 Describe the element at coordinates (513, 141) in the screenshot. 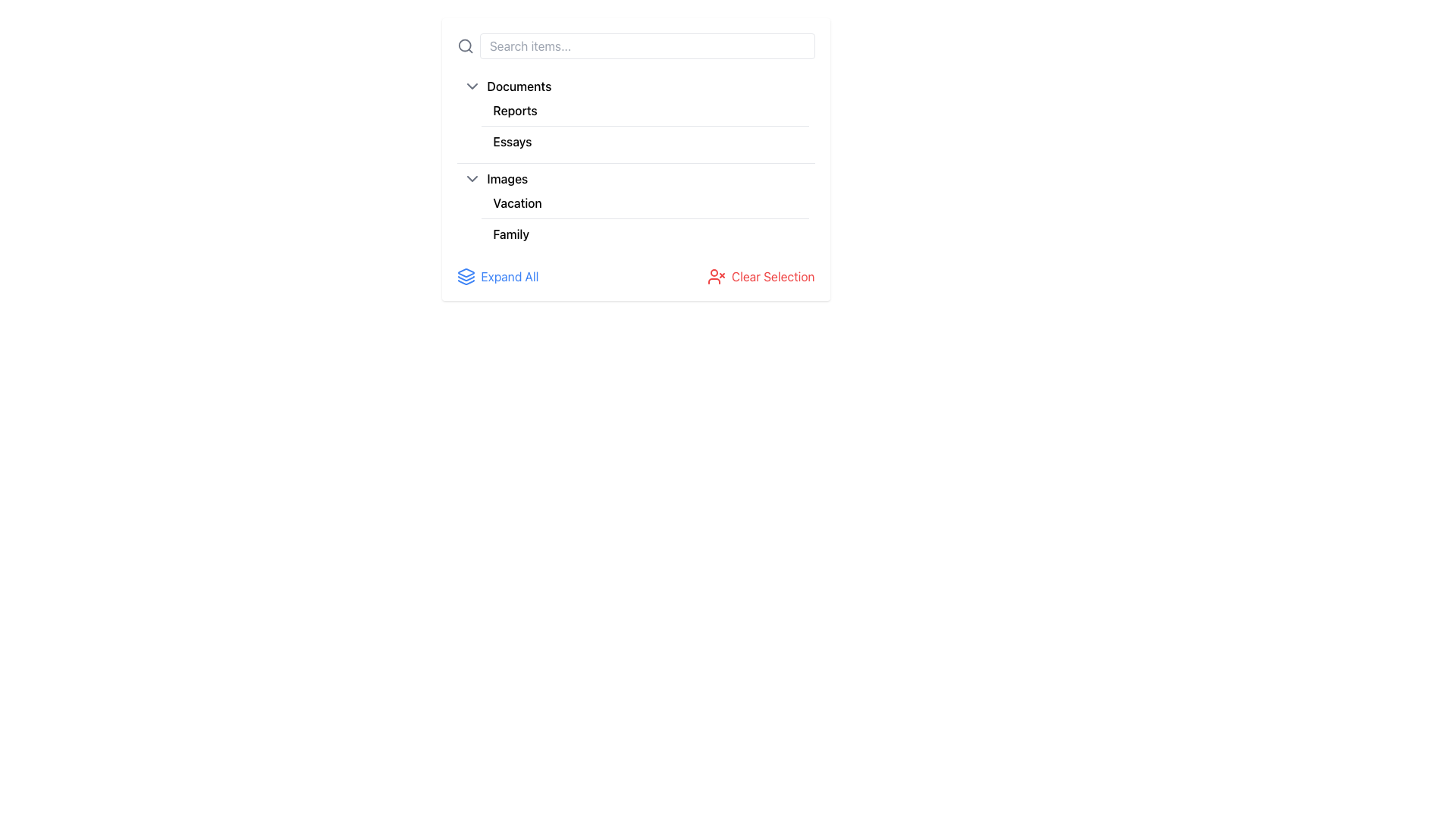

I see `the 'Essays' text label in the sidebar` at that location.